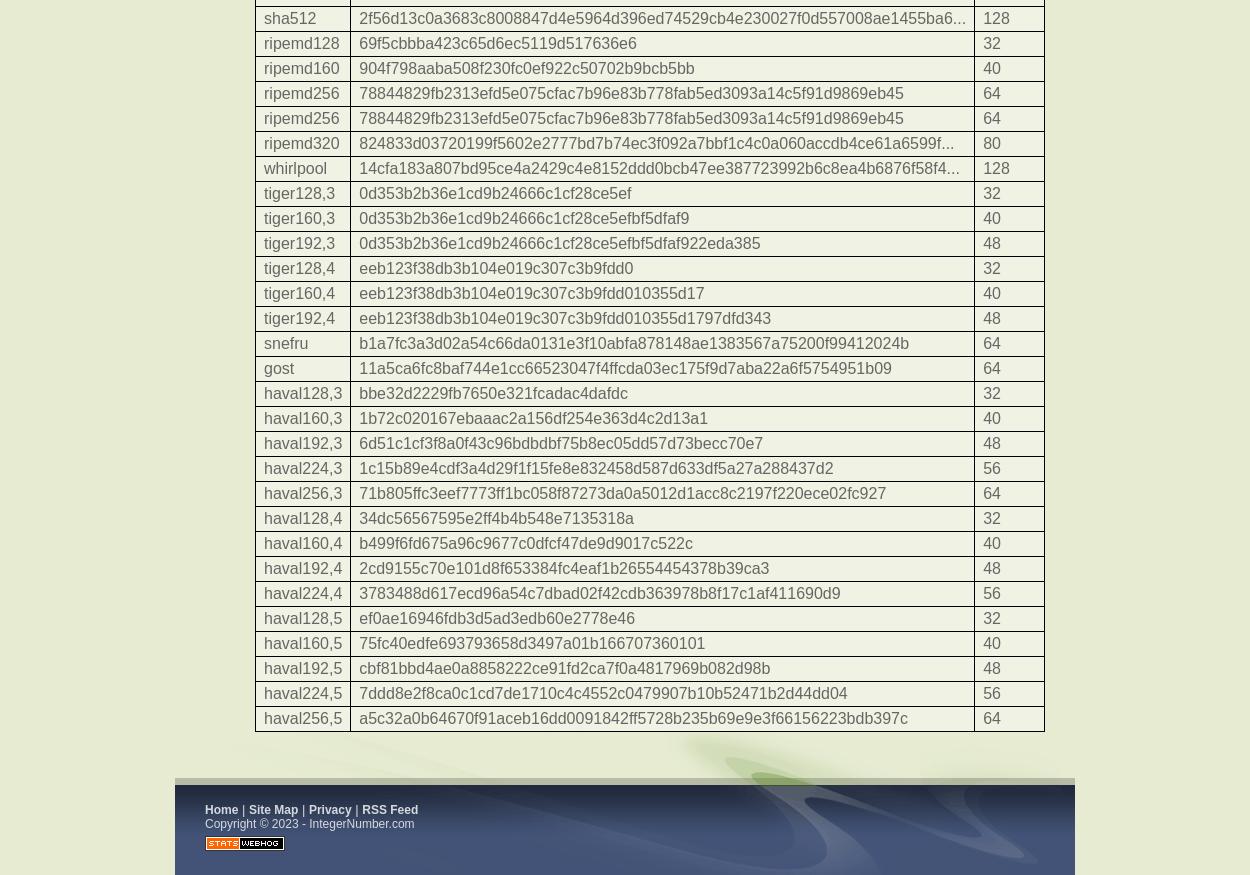  I want to click on 'cbf81bbd4ae0a8858222ce91fd2ca7f0a4817969b082d98b', so click(563, 667).